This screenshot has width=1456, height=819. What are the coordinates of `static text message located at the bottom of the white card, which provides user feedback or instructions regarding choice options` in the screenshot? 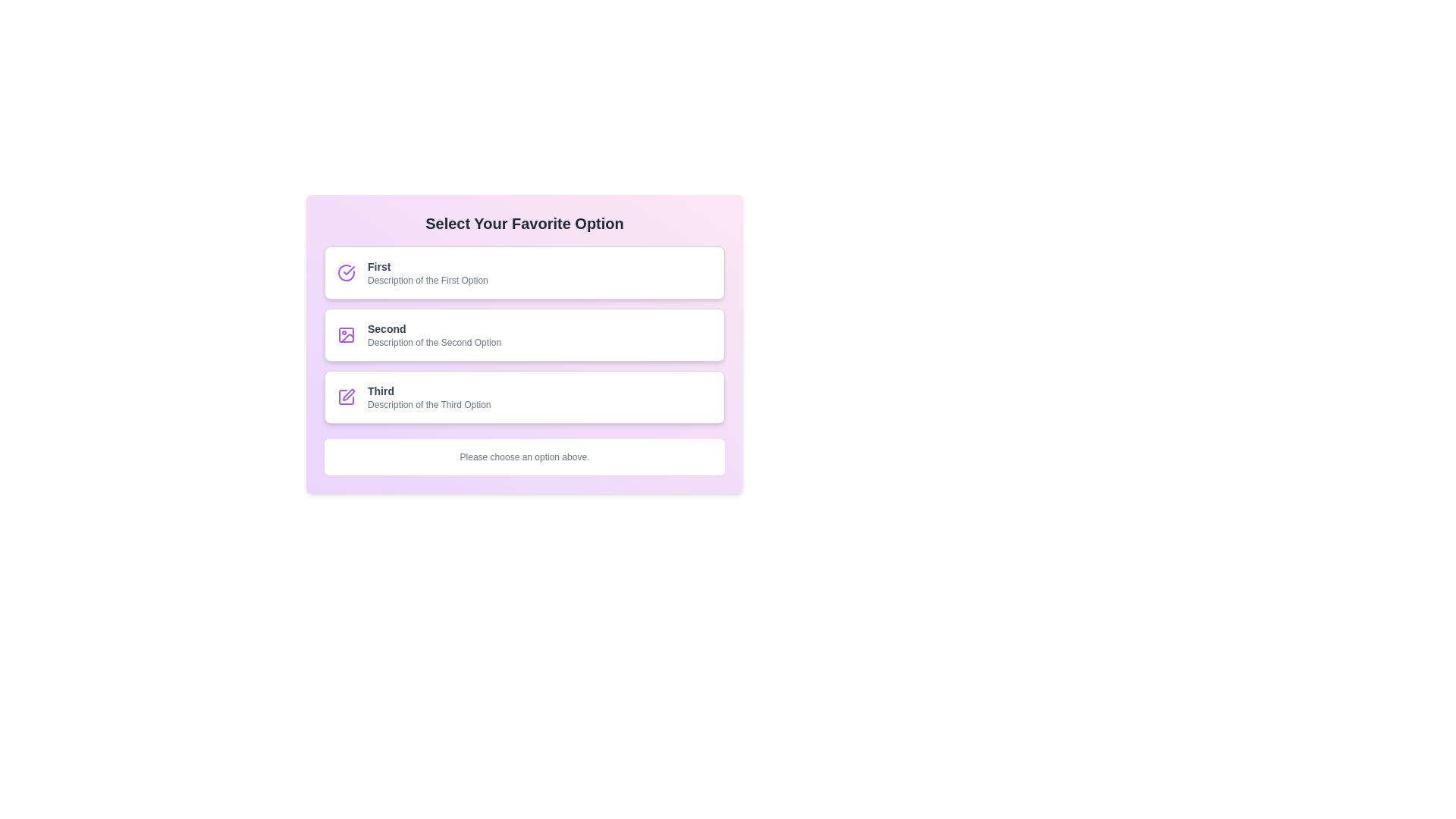 It's located at (524, 456).